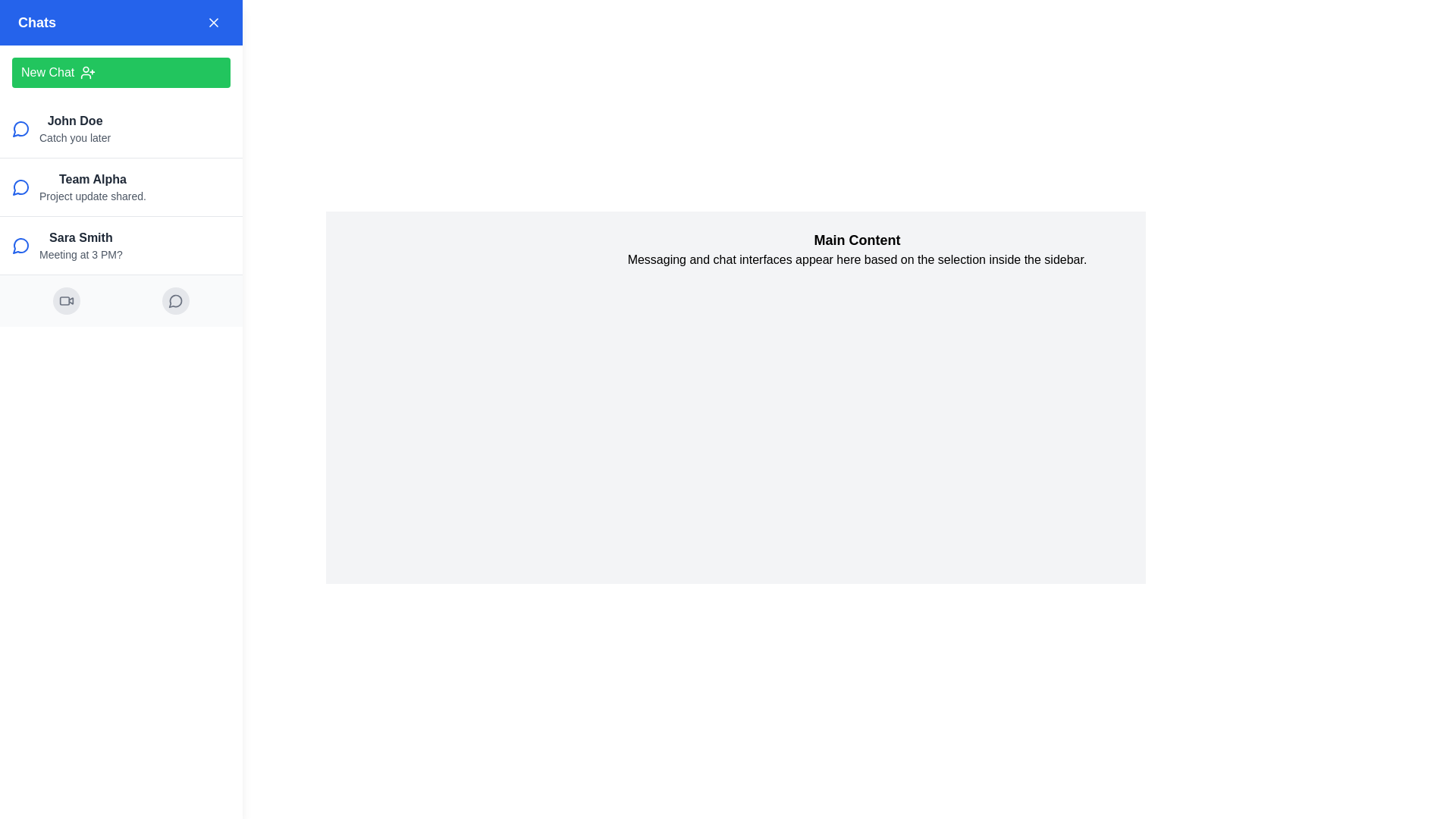  I want to click on the small circular blue icon with a hollow center located inside the chat bubble next to 'Team Alpha' in the sidebar, so click(20, 187).